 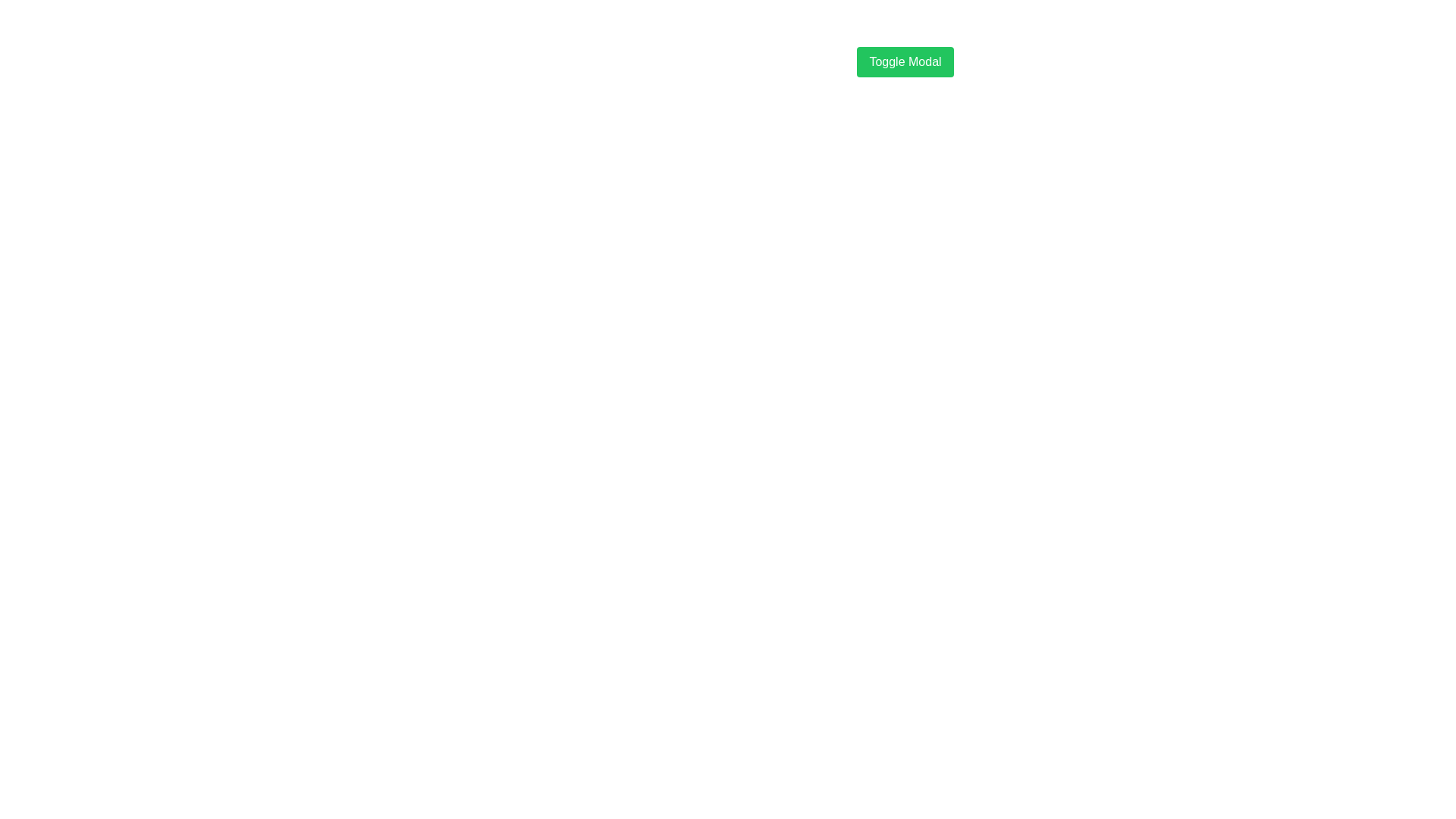 I want to click on the green button labeled 'Toggle Modal' to provide visual feedback, so click(x=905, y=61).